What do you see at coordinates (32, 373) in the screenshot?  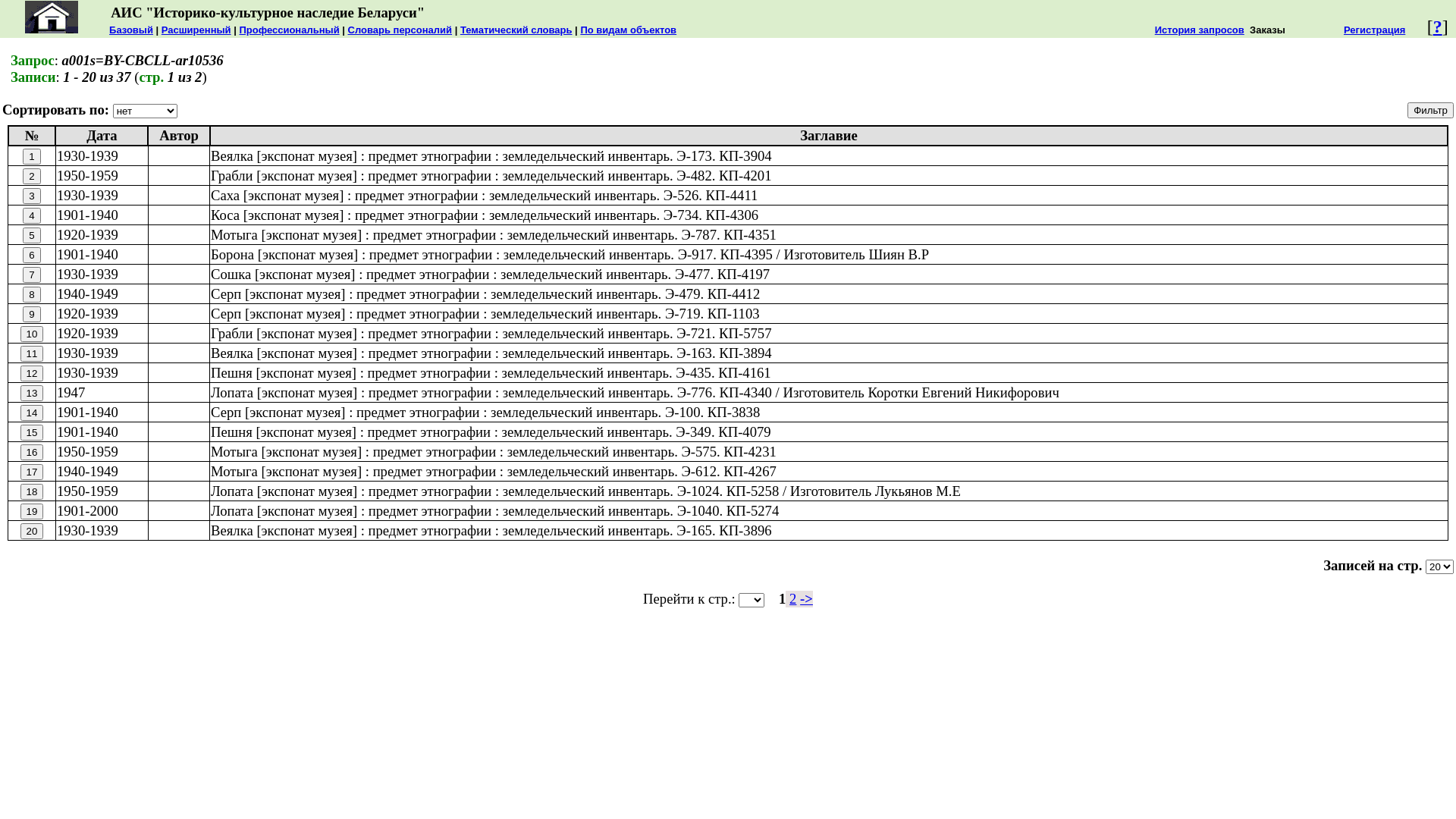 I see `'12'` at bounding box center [32, 373].